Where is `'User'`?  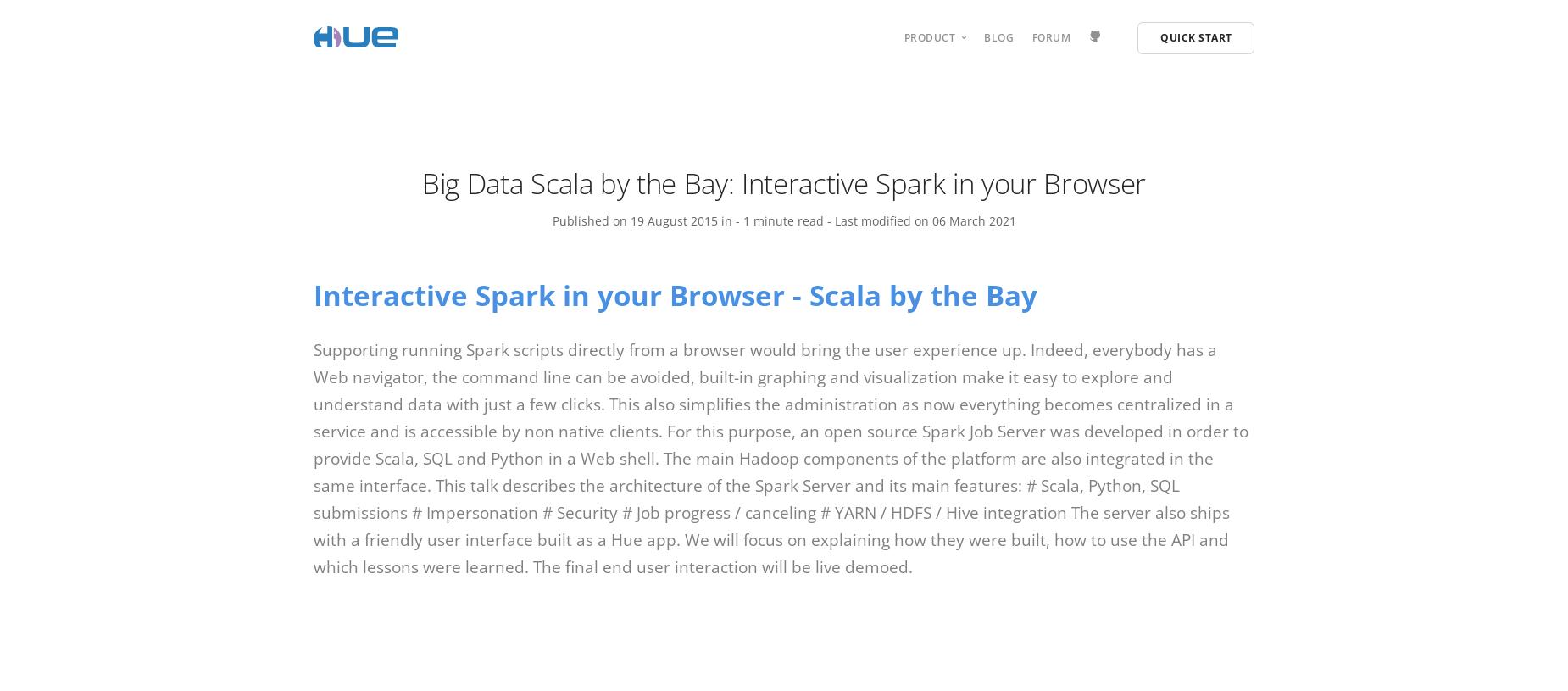
'User' is located at coordinates (925, 88).